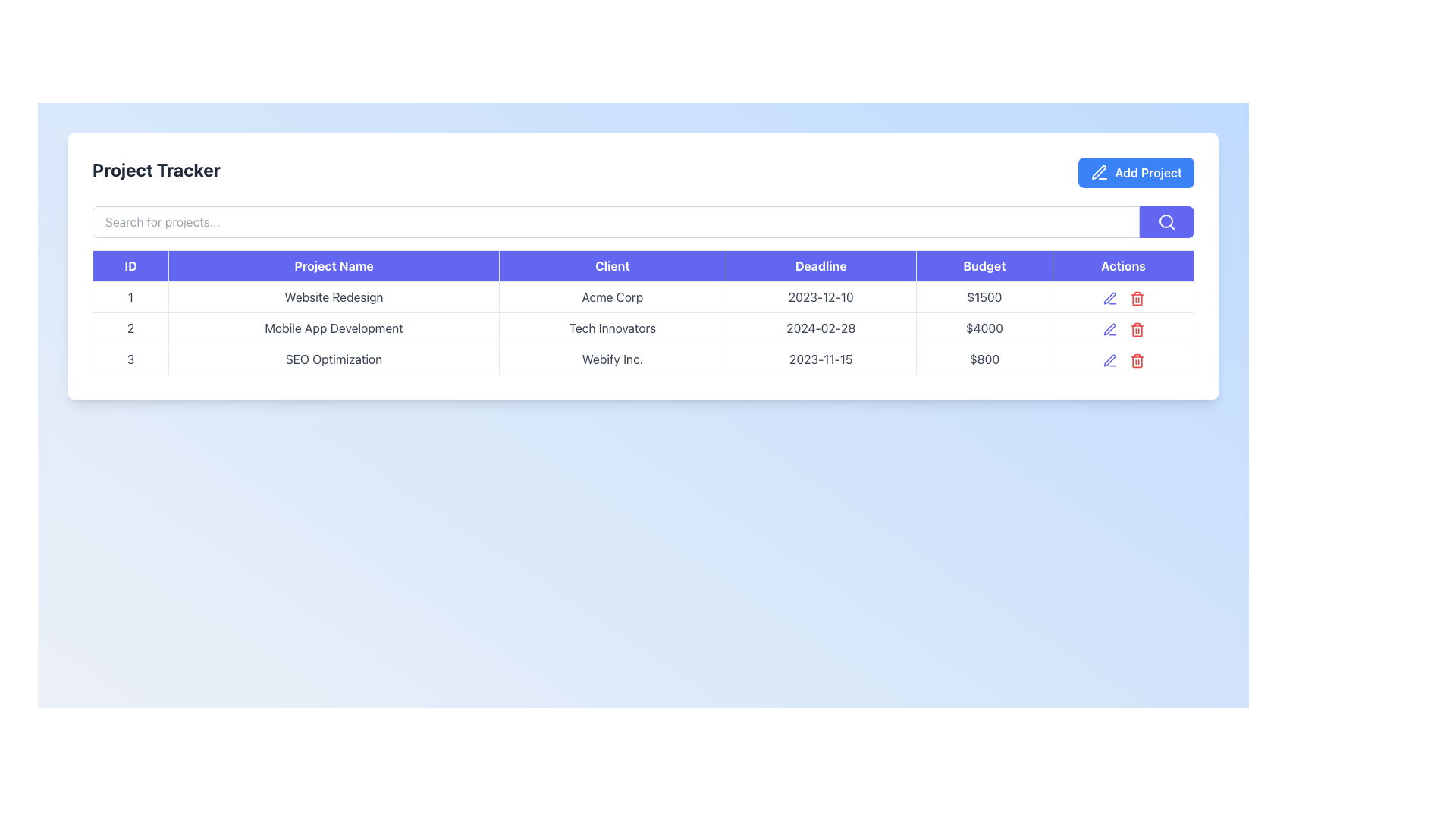  I want to click on the 'Webify Inc.' text label located in the third column of the table row labeled '3' under 'SEO Optimization', so click(612, 359).